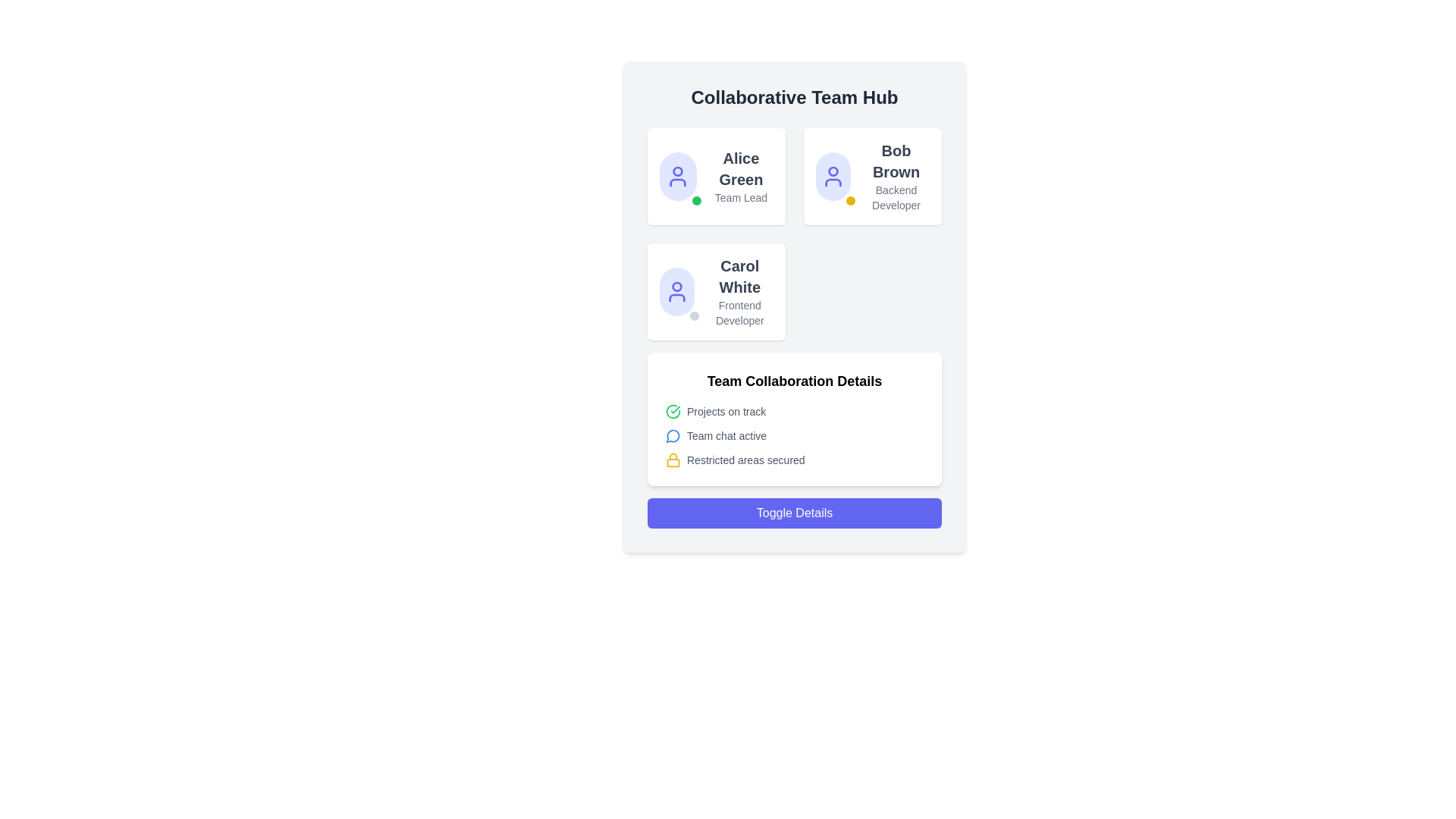  Describe the element at coordinates (739, 292) in the screenshot. I see `the Text label displaying 'Carol White' and 'Frontend Developer' in the third tile of the second row under the 'Collaborative Team Hub' section` at that location.